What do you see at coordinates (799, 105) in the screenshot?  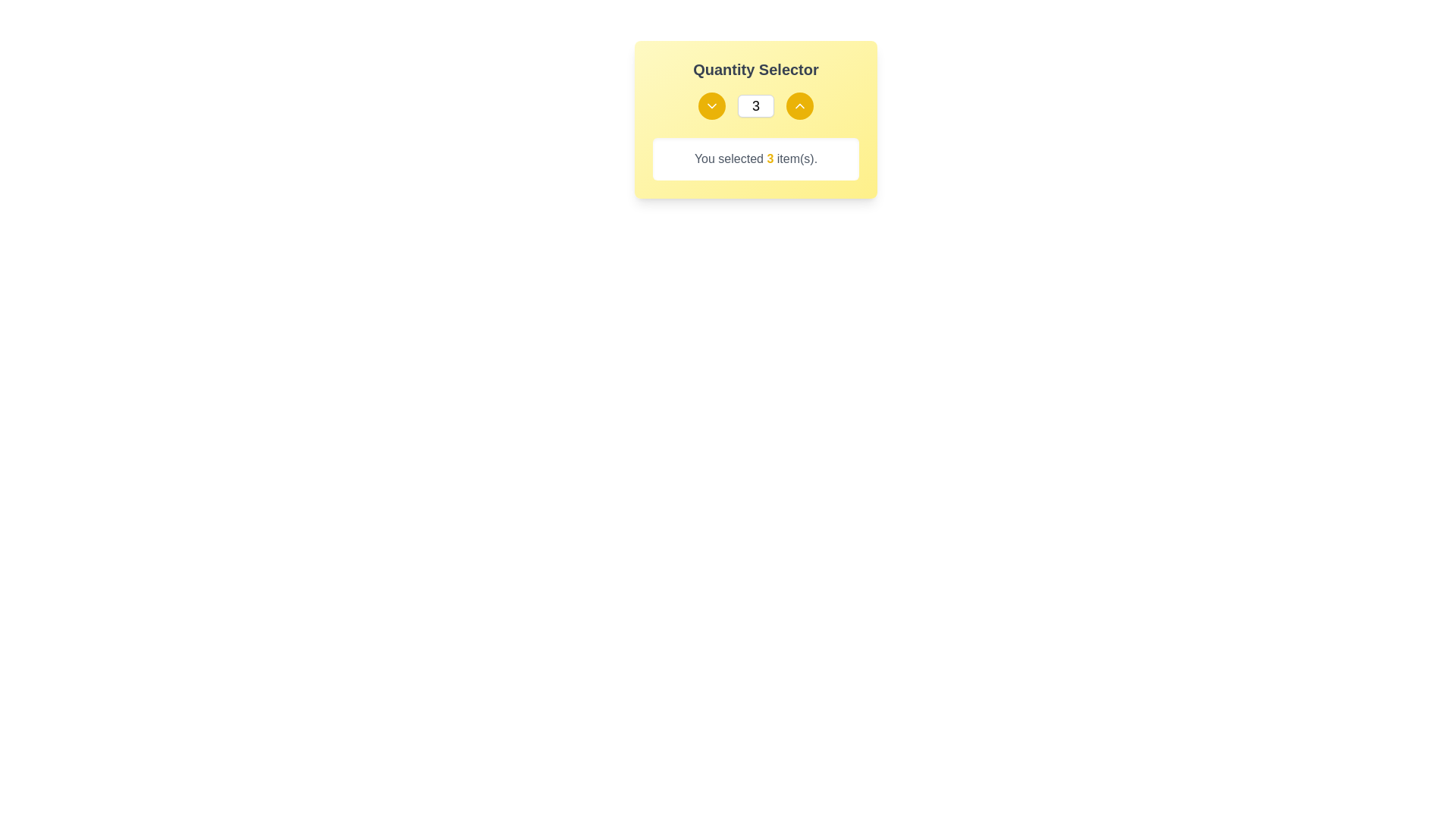 I see `the small triangular chevron icon pointing upwards, which is located inside the circular button at the top-right corner of the 'Quantity Selector' section` at bounding box center [799, 105].